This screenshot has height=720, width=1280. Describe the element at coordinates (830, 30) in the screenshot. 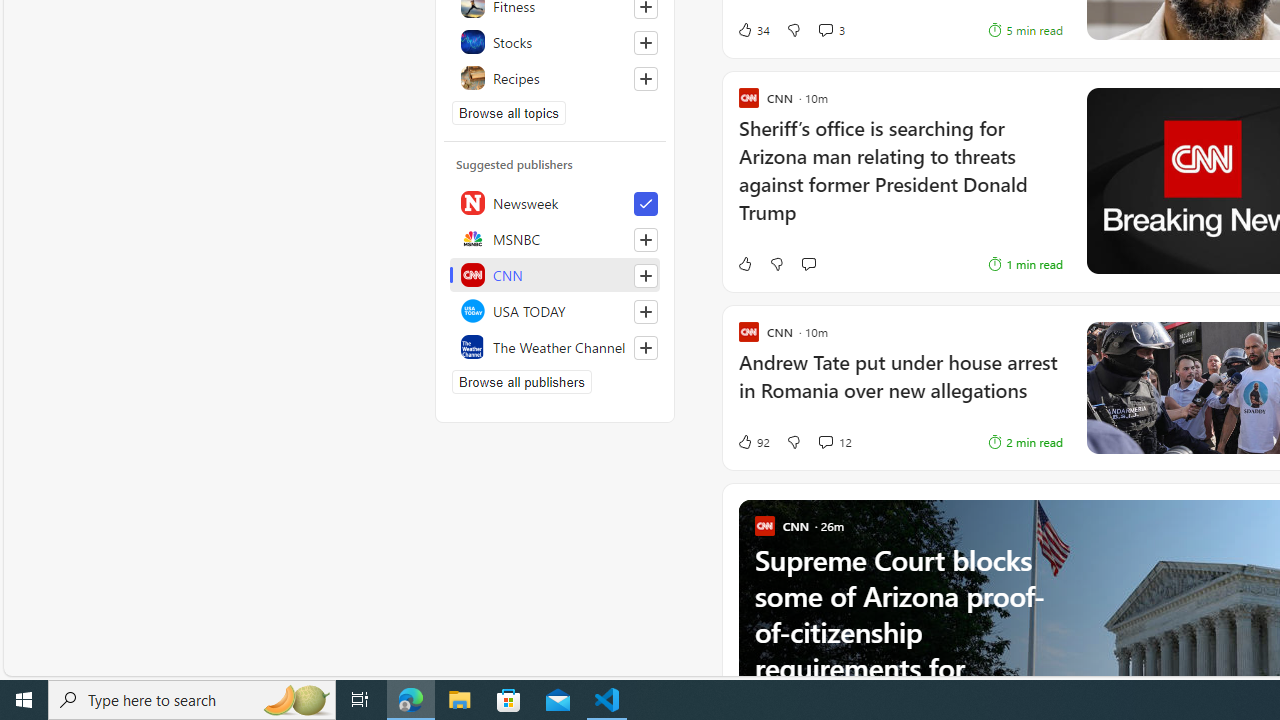

I see `'View comments 3 Comment'` at that location.